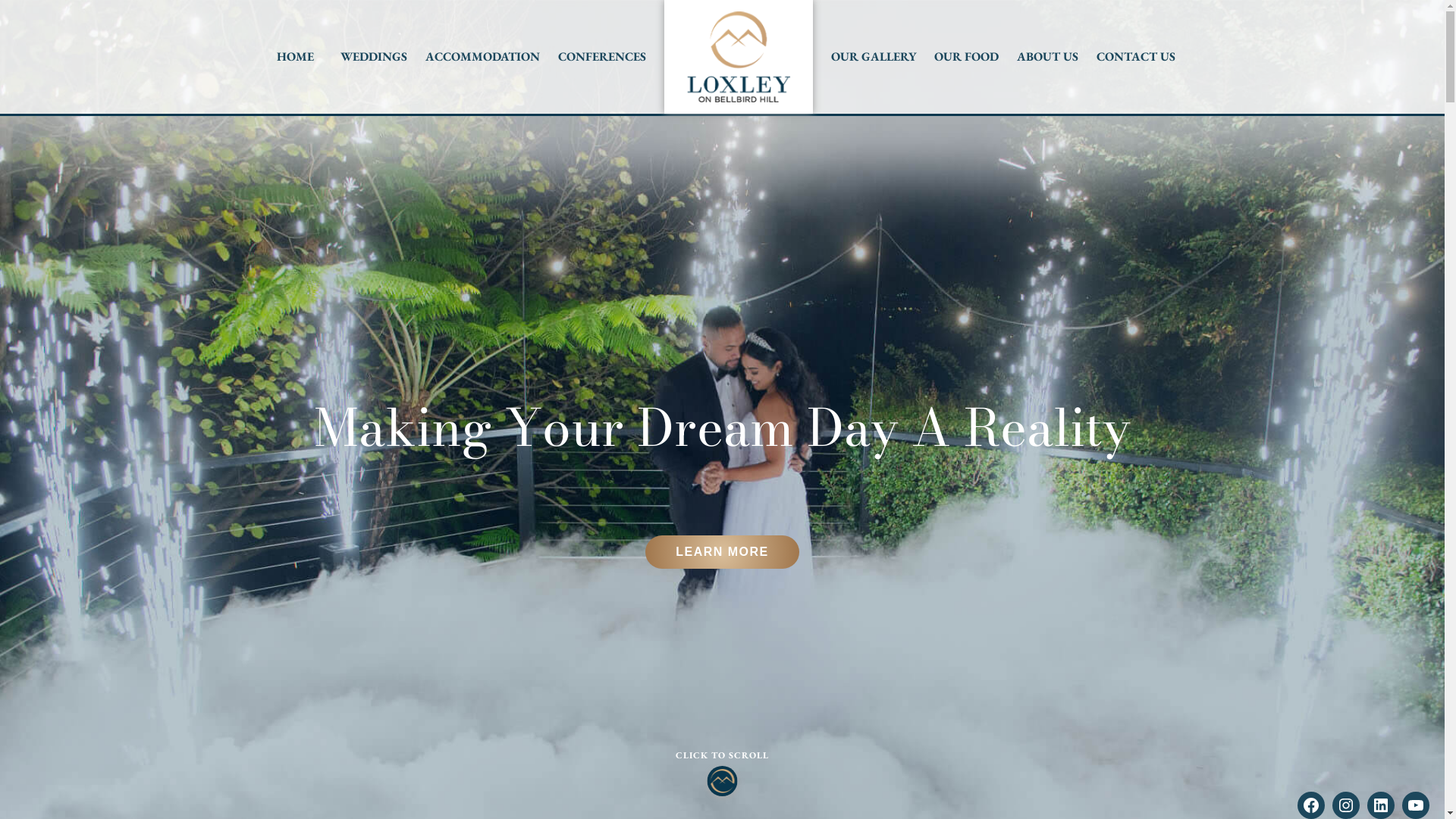 This screenshot has width=1456, height=819. What do you see at coordinates (965, 55) in the screenshot?
I see `'OUR FOOD'` at bounding box center [965, 55].